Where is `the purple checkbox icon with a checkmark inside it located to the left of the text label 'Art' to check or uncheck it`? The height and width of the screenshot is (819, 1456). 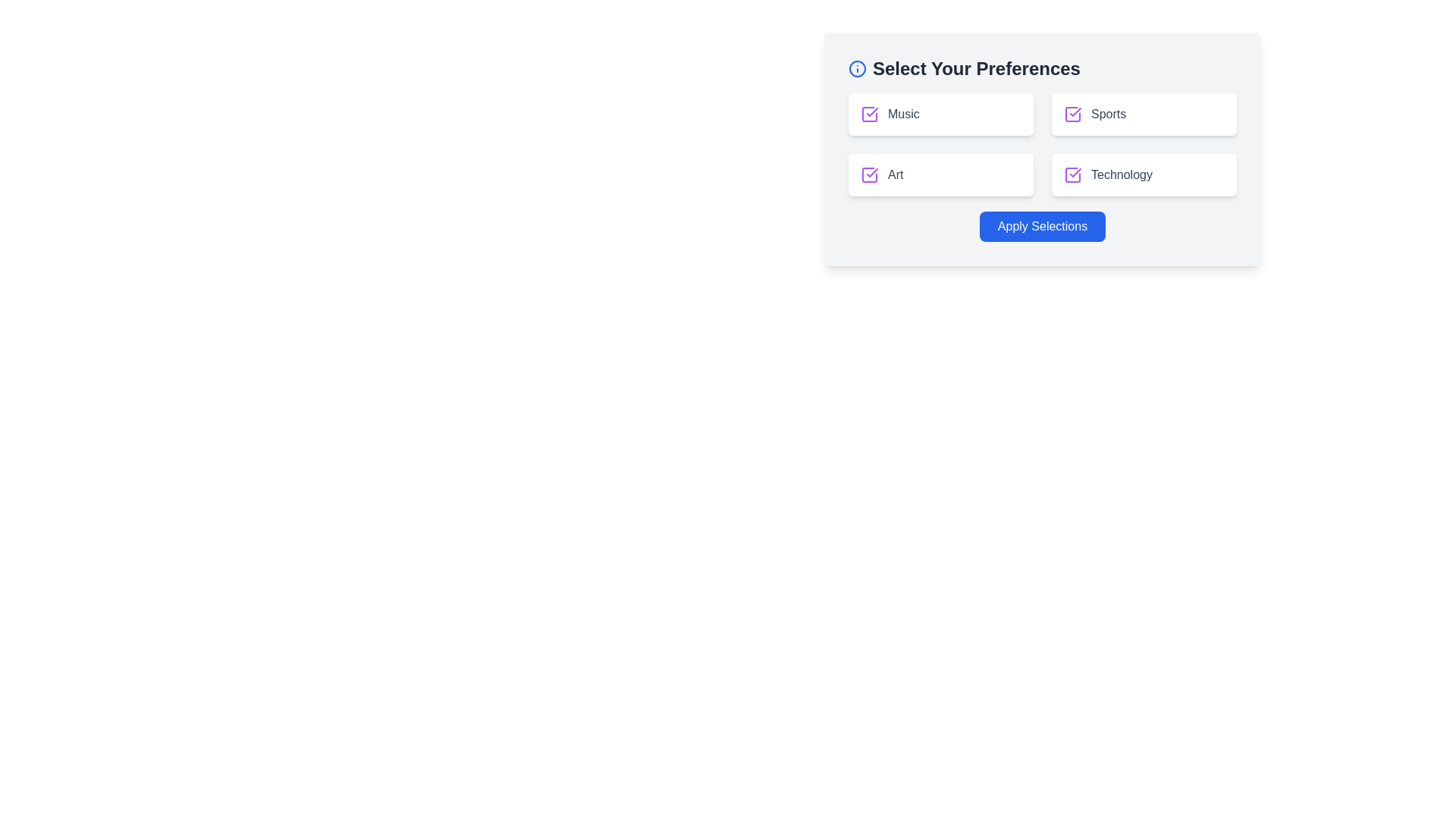 the purple checkbox icon with a checkmark inside it located to the left of the text label 'Art' to check or uncheck it is located at coordinates (870, 174).